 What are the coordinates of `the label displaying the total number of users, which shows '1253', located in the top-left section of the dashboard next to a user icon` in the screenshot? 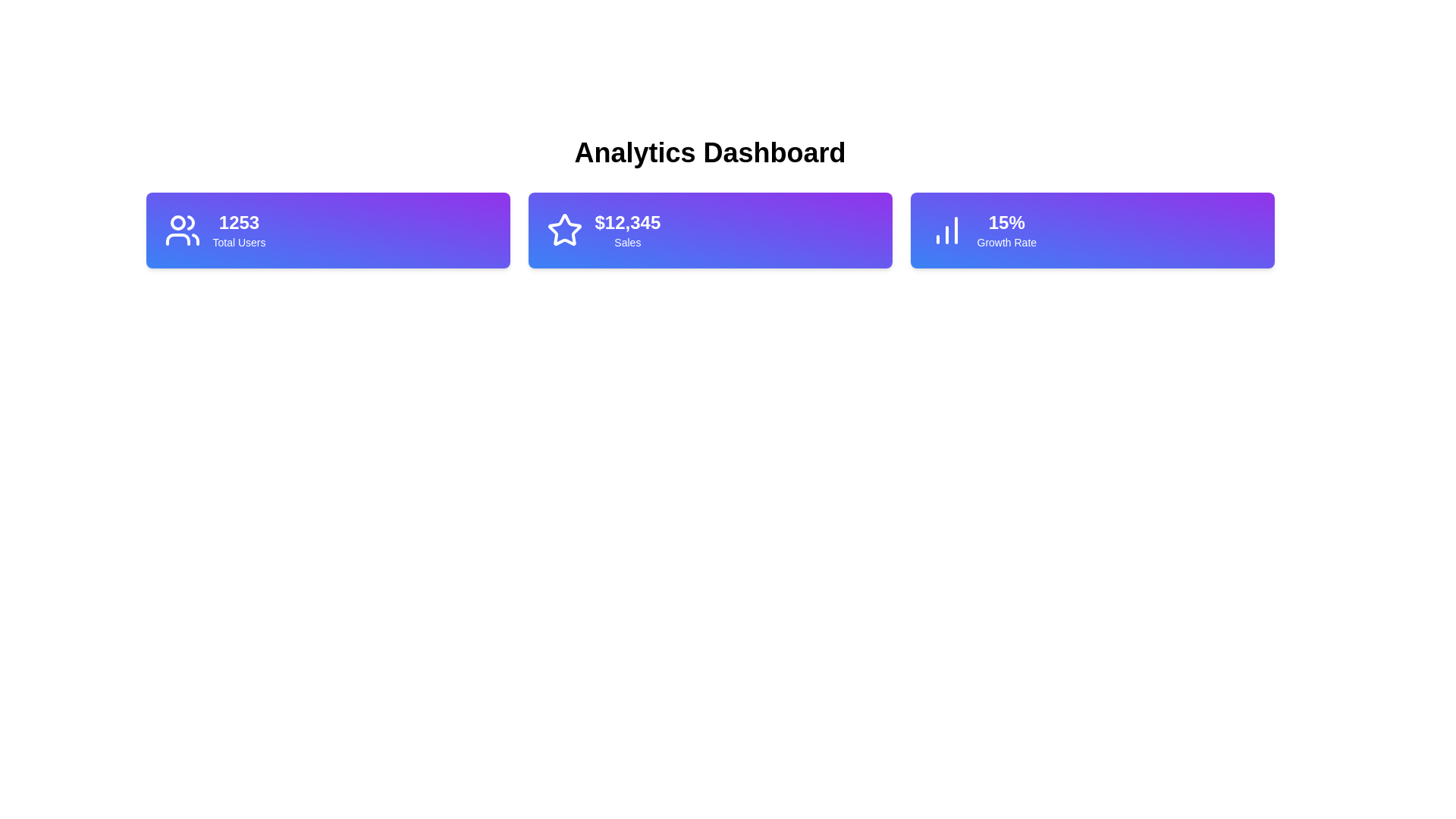 It's located at (238, 231).